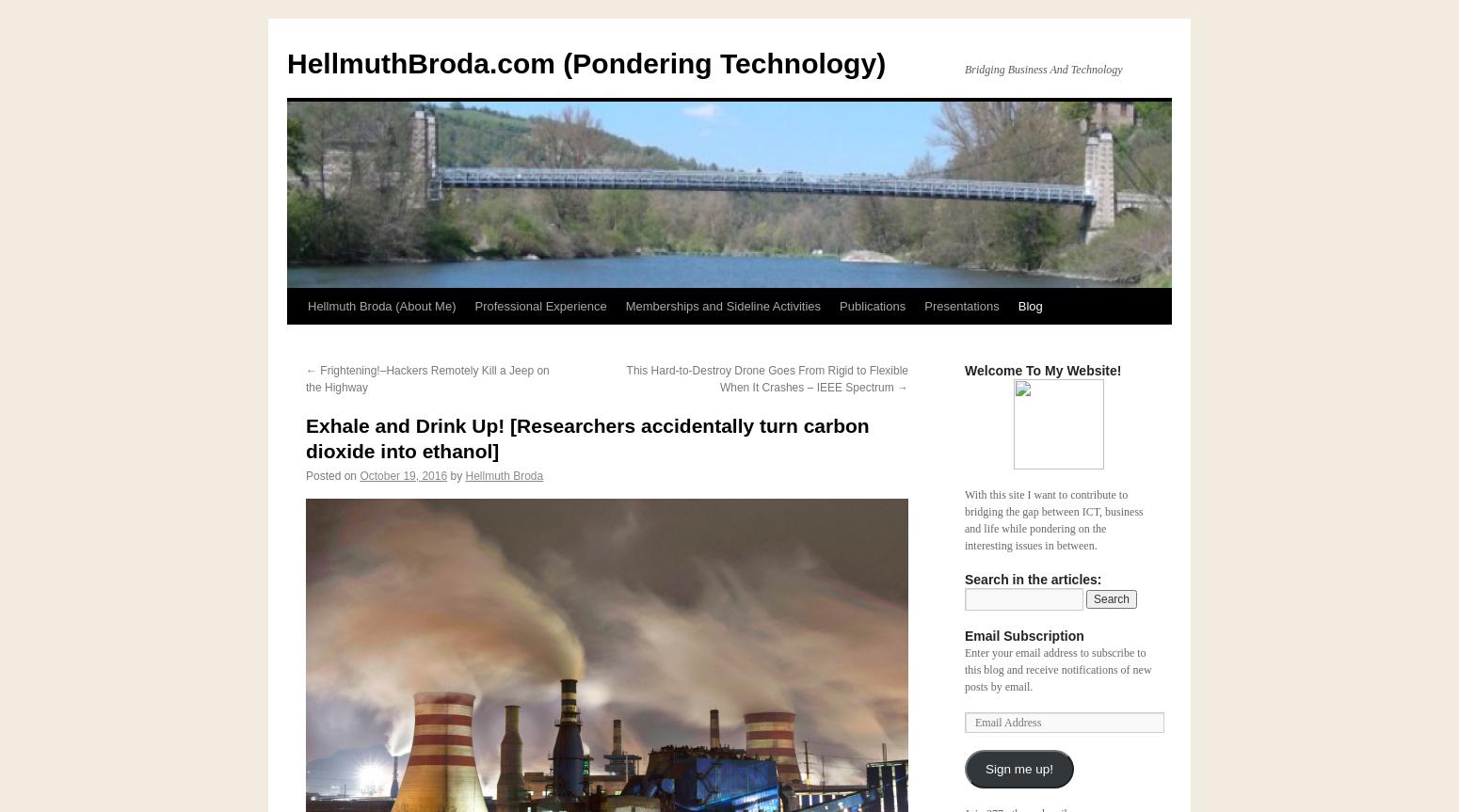 This screenshot has width=1459, height=812. Describe the element at coordinates (426, 379) in the screenshot. I see `'Frightening!–Hackers Remotely Kill a Jeep on the Highway'` at that location.